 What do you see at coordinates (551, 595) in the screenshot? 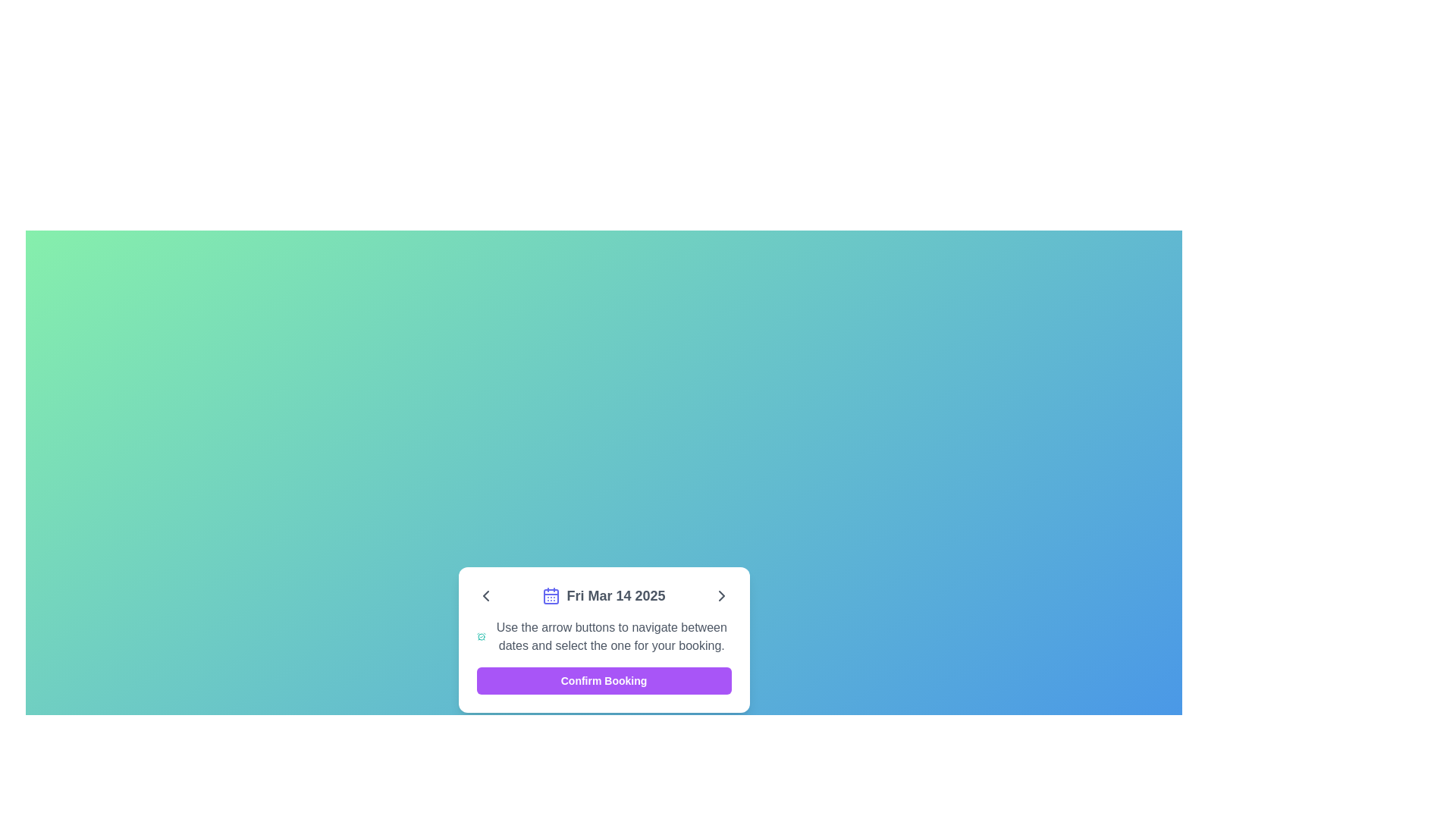
I see `the calendar icon located to the left of the date text 'Fri Mar 14 2025' in the header of the date selection dialog box` at bounding box center [551, 595].